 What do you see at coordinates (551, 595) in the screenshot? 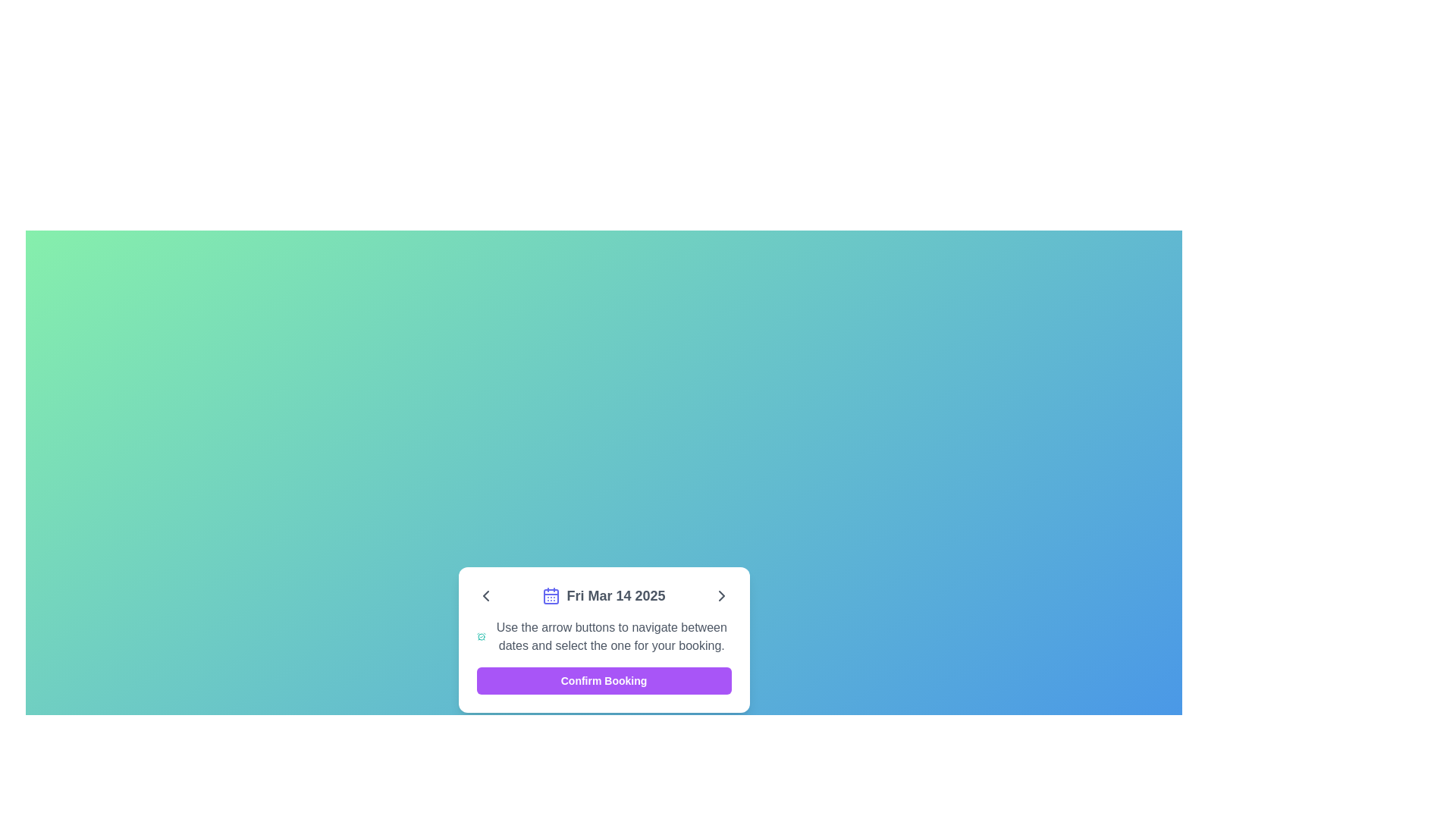
I see `the calendar icon located to the left of the date text 'Fri Mar 14 2025' in the header of the date selection dialog box` at bounding box center [551, 595].